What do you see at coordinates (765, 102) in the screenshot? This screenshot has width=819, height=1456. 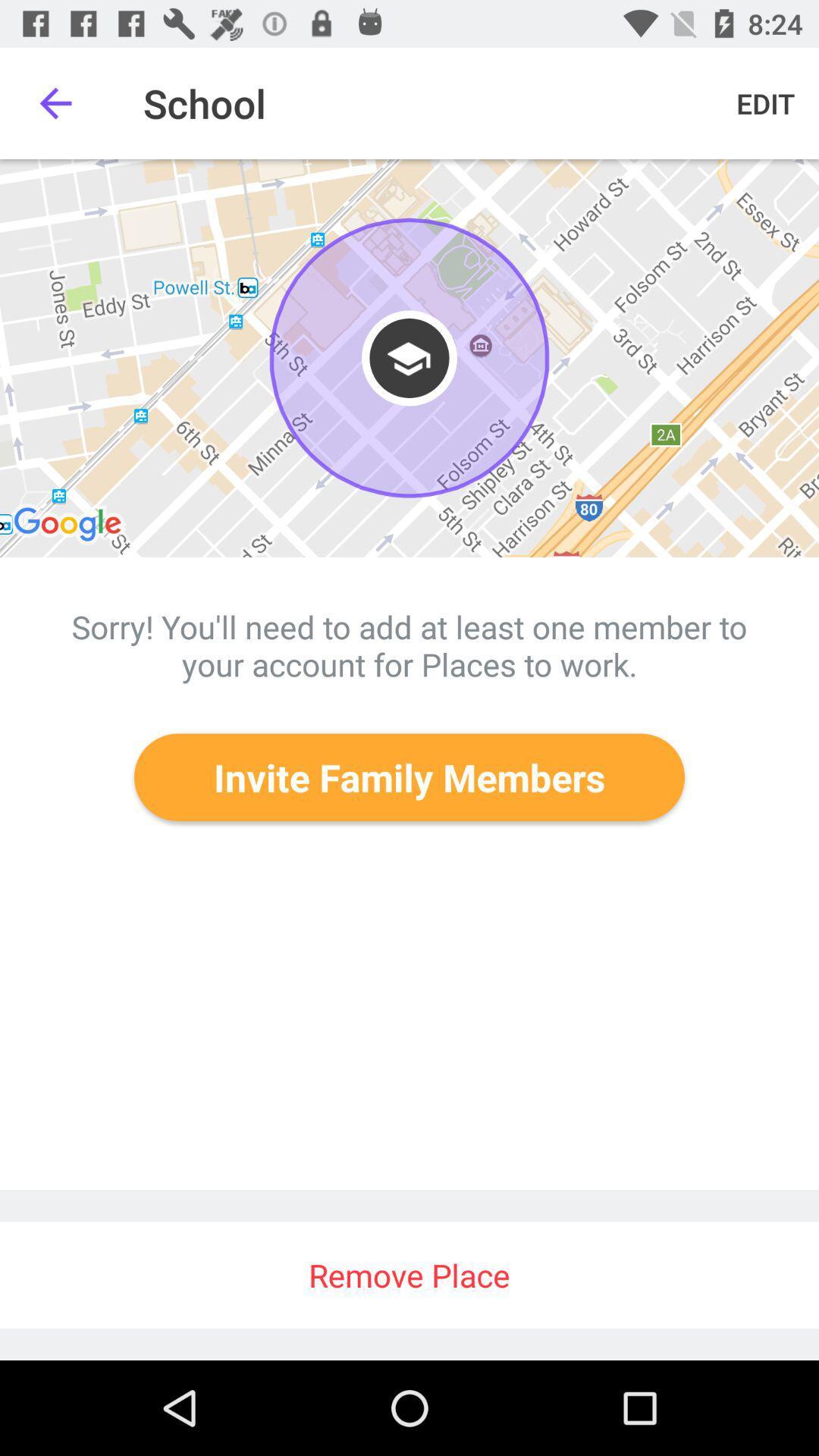 I see `the icon to the right of school` at bounding box center [765, 102].